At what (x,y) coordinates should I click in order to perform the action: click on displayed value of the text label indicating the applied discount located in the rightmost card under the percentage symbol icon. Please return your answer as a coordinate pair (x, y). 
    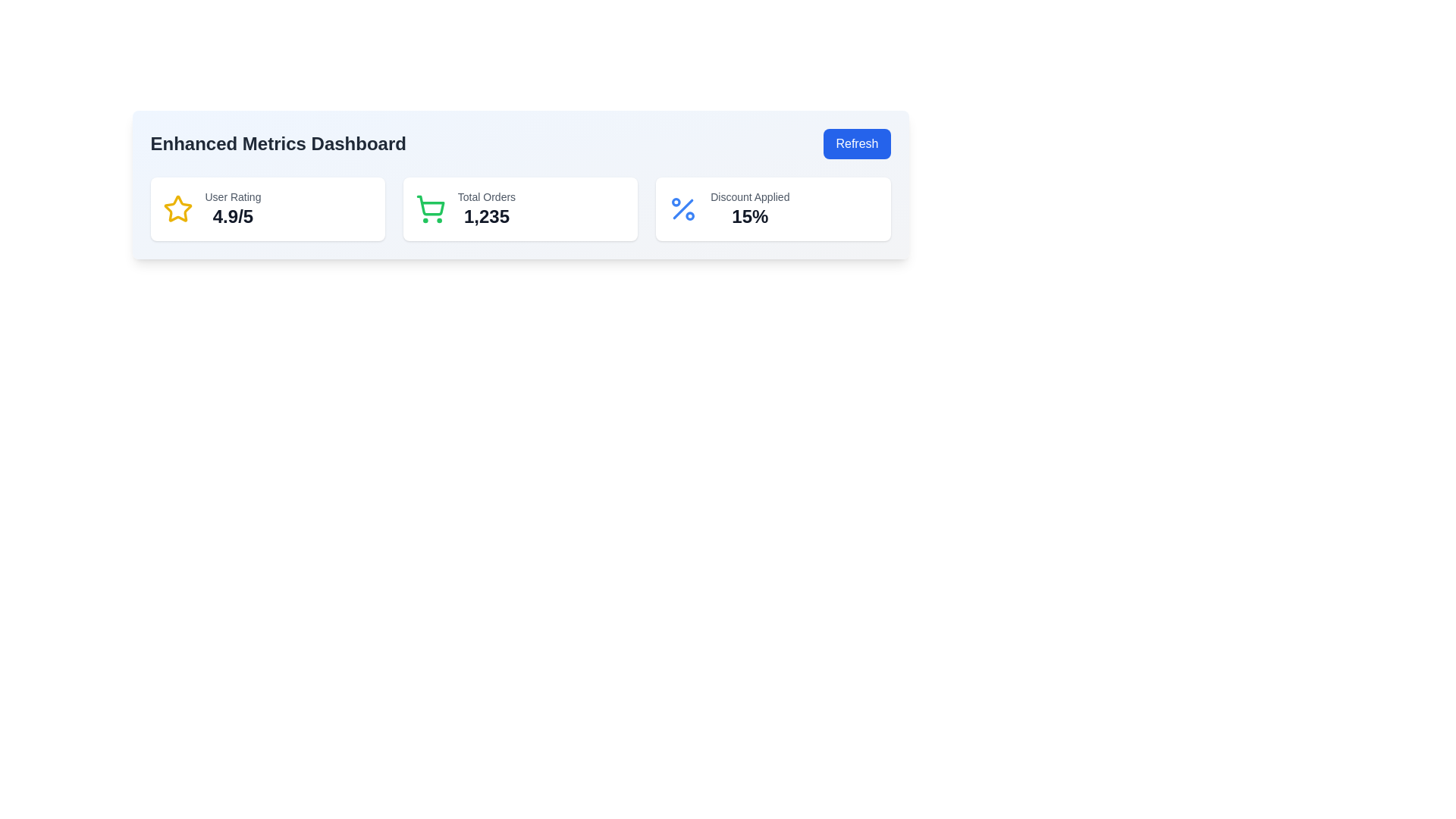
    Looking at the image, I should click on (750, 209).